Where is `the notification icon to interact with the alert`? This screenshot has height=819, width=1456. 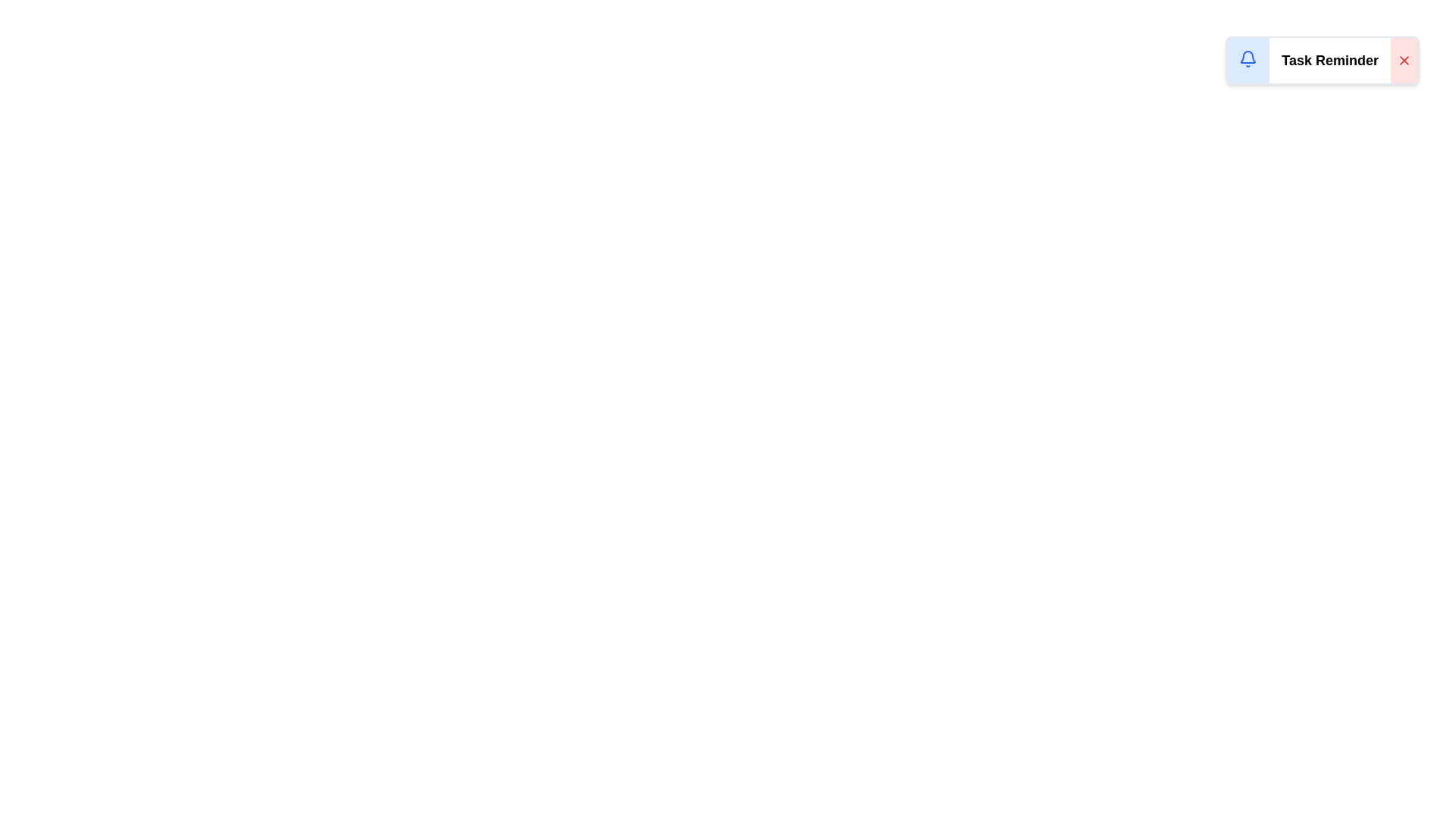 the notification icon to interact with the alert is located at coordinates (1248, 58).